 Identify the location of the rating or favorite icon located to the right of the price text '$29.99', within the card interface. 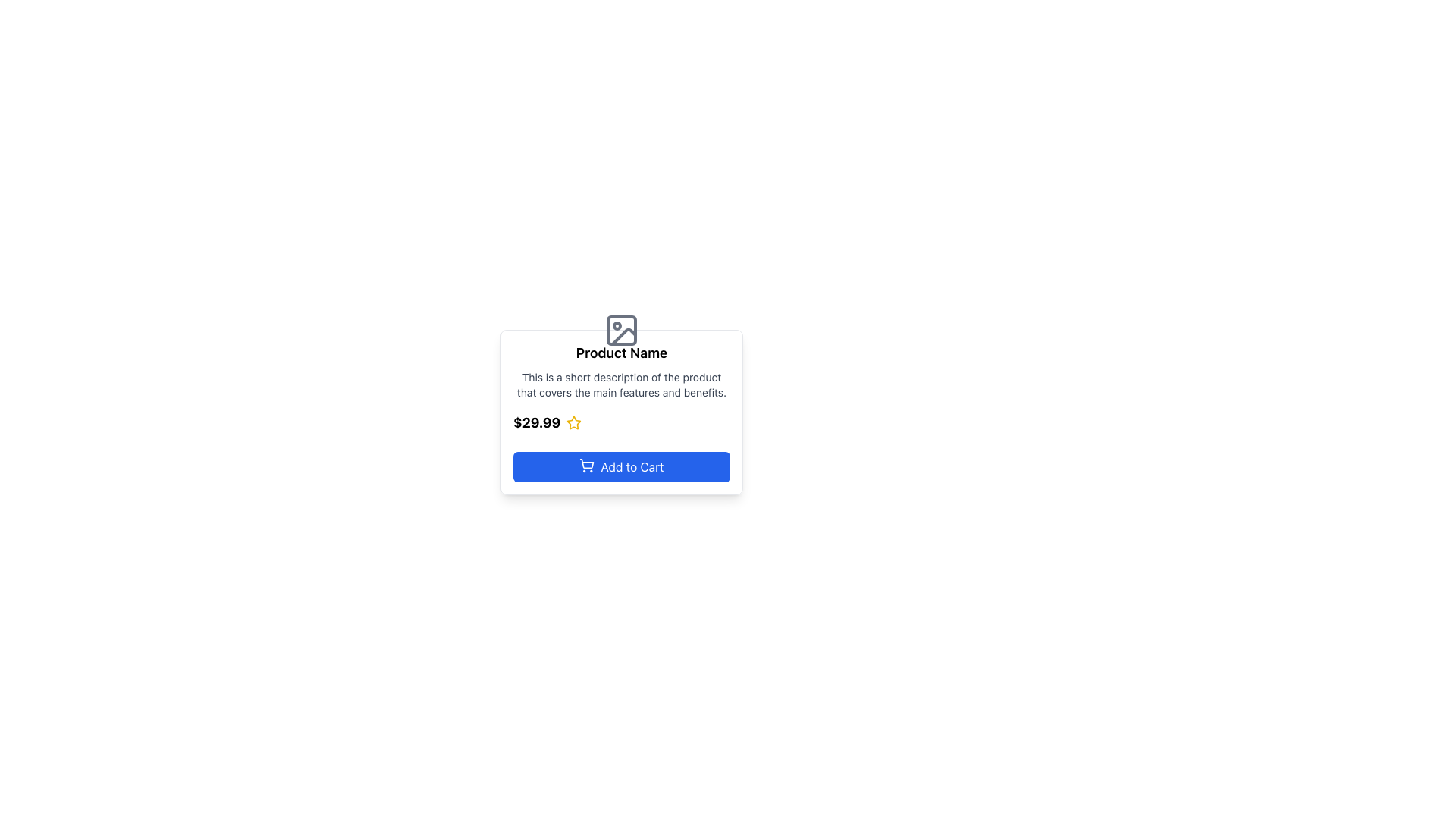
(573, 423).